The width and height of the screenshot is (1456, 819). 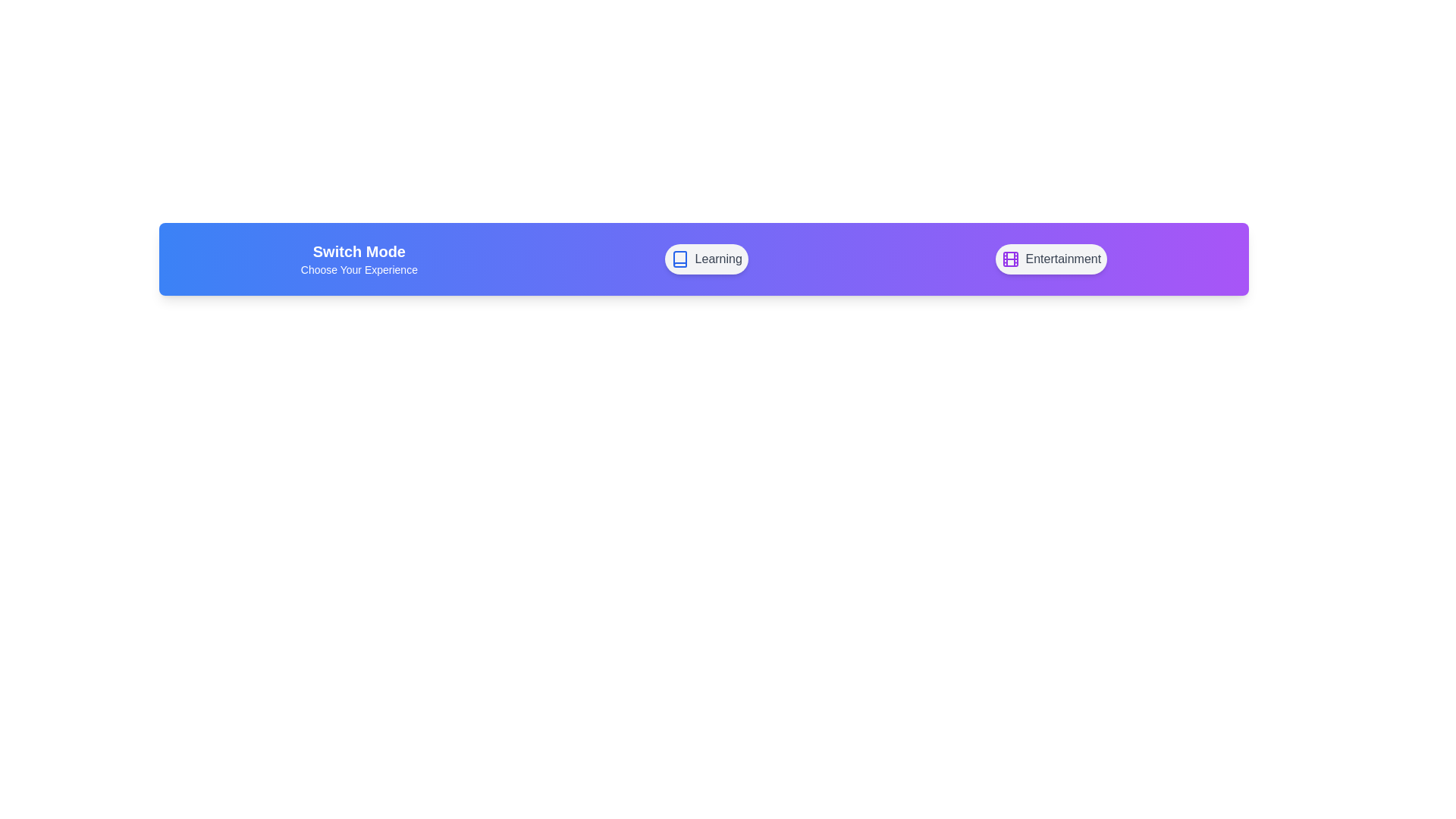 What do you see at coordinates (1009, 259) in the screenshot?
I see `the leftmost icon under the 'Entertainment' label for navigation or selection` at bounding box center [1009, 259].